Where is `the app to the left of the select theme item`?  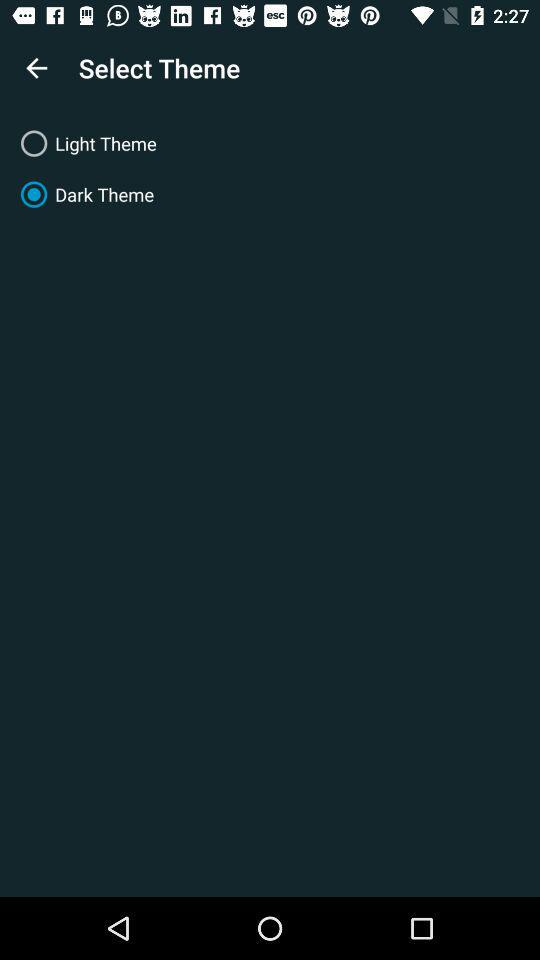 the app to the left of the select theme item is located at coordinates (36, 68).